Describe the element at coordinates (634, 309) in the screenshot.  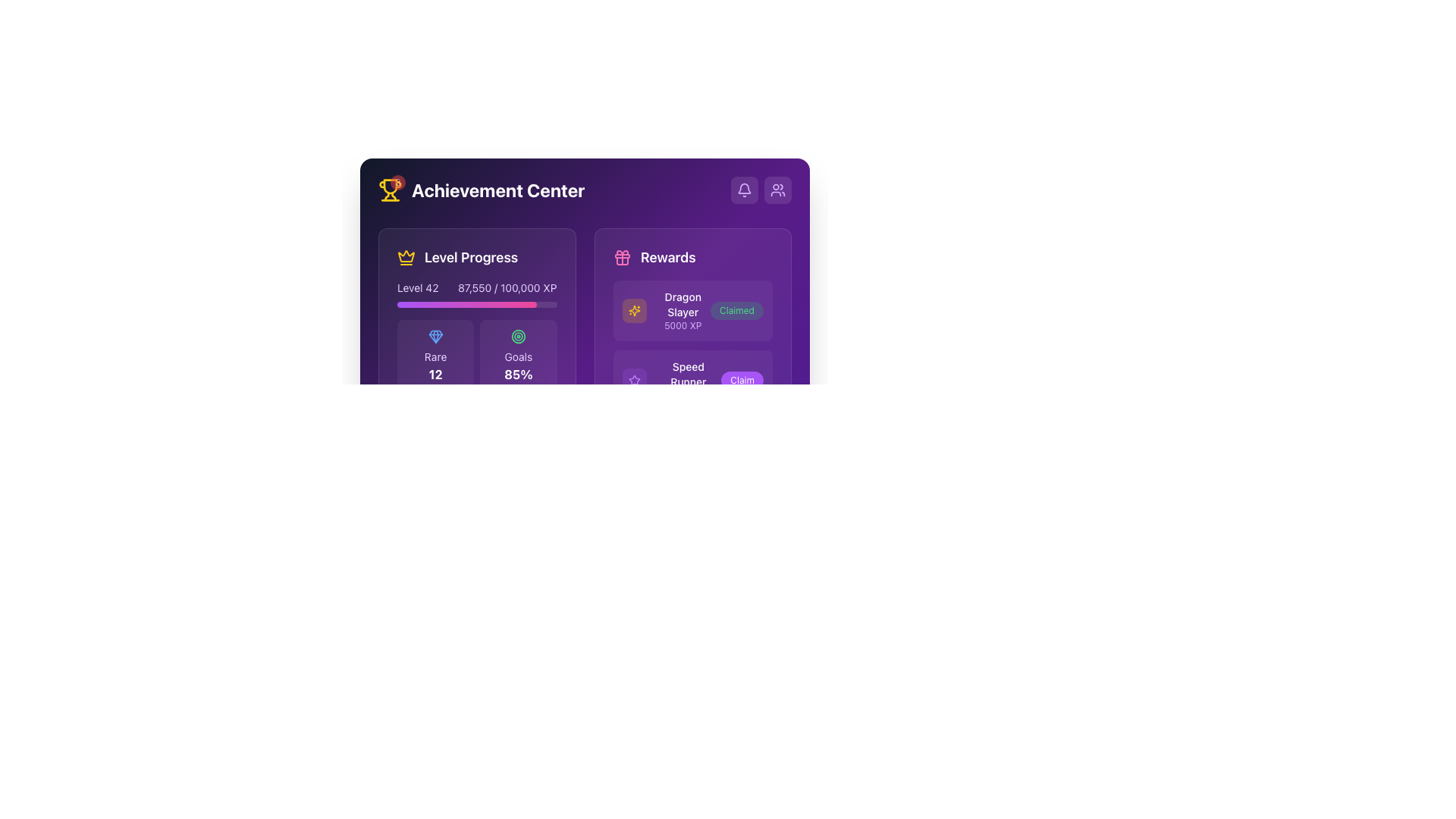
I see `the SVG Icon located in the top-right corner of the 'Rewards' section, which serves as a decorative or status indicator for achievements or rewards` at that location.